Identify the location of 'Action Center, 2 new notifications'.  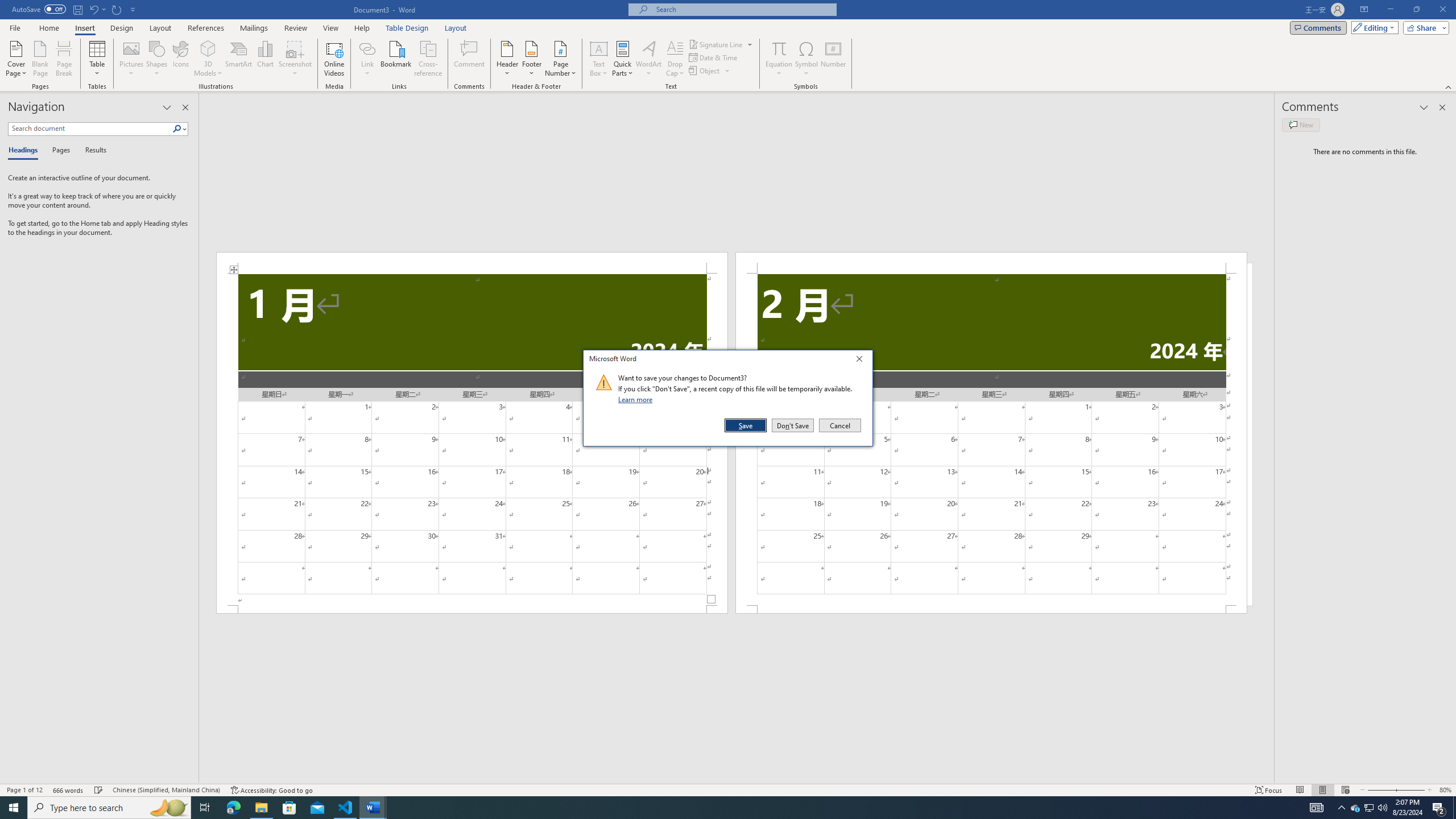
(1439, 806).